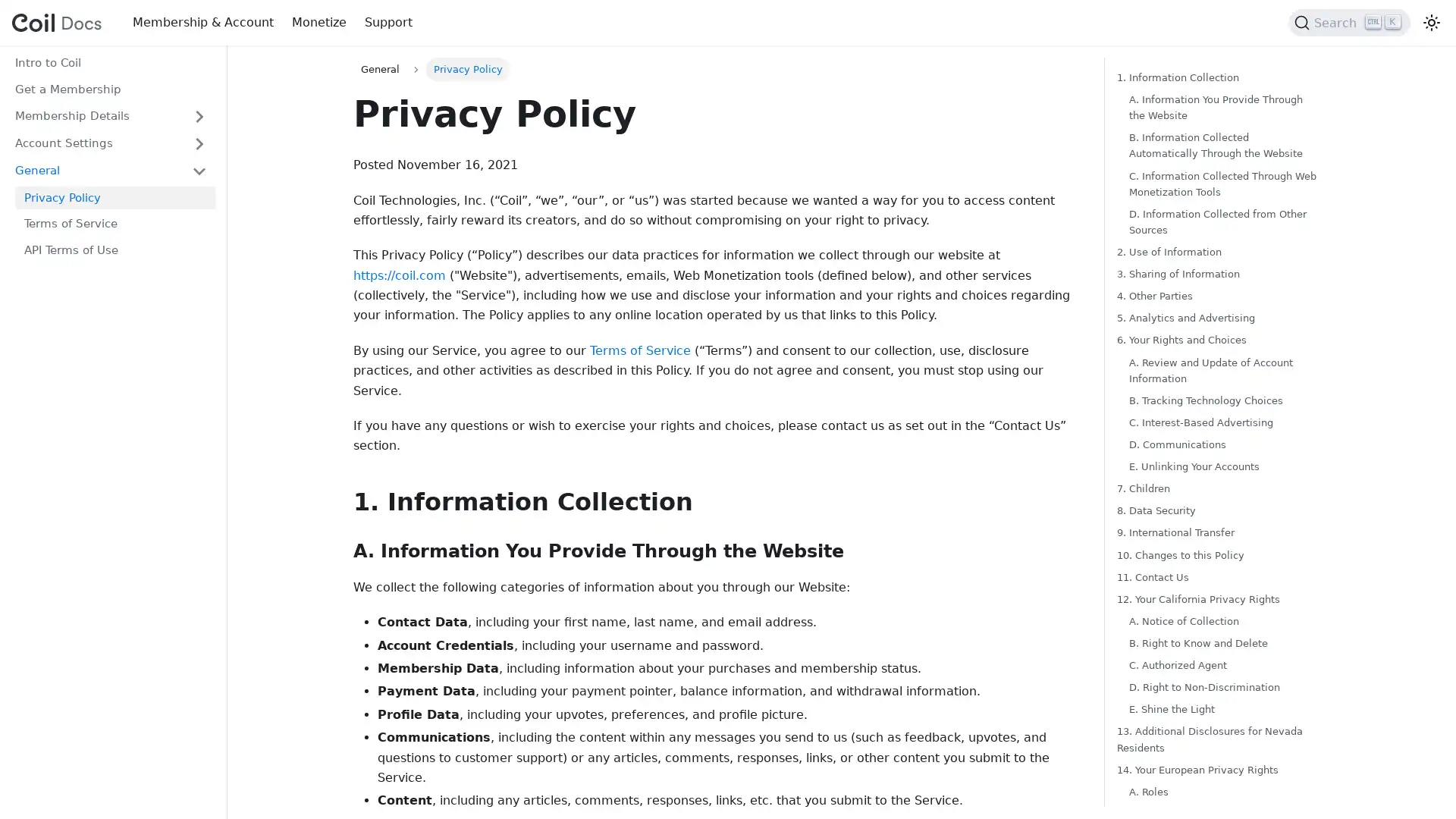 The height and width of the screenshot is (819, 1456). Describe the element at coordinates (1349, 23) in the screenshot. I see `Search` at that location.